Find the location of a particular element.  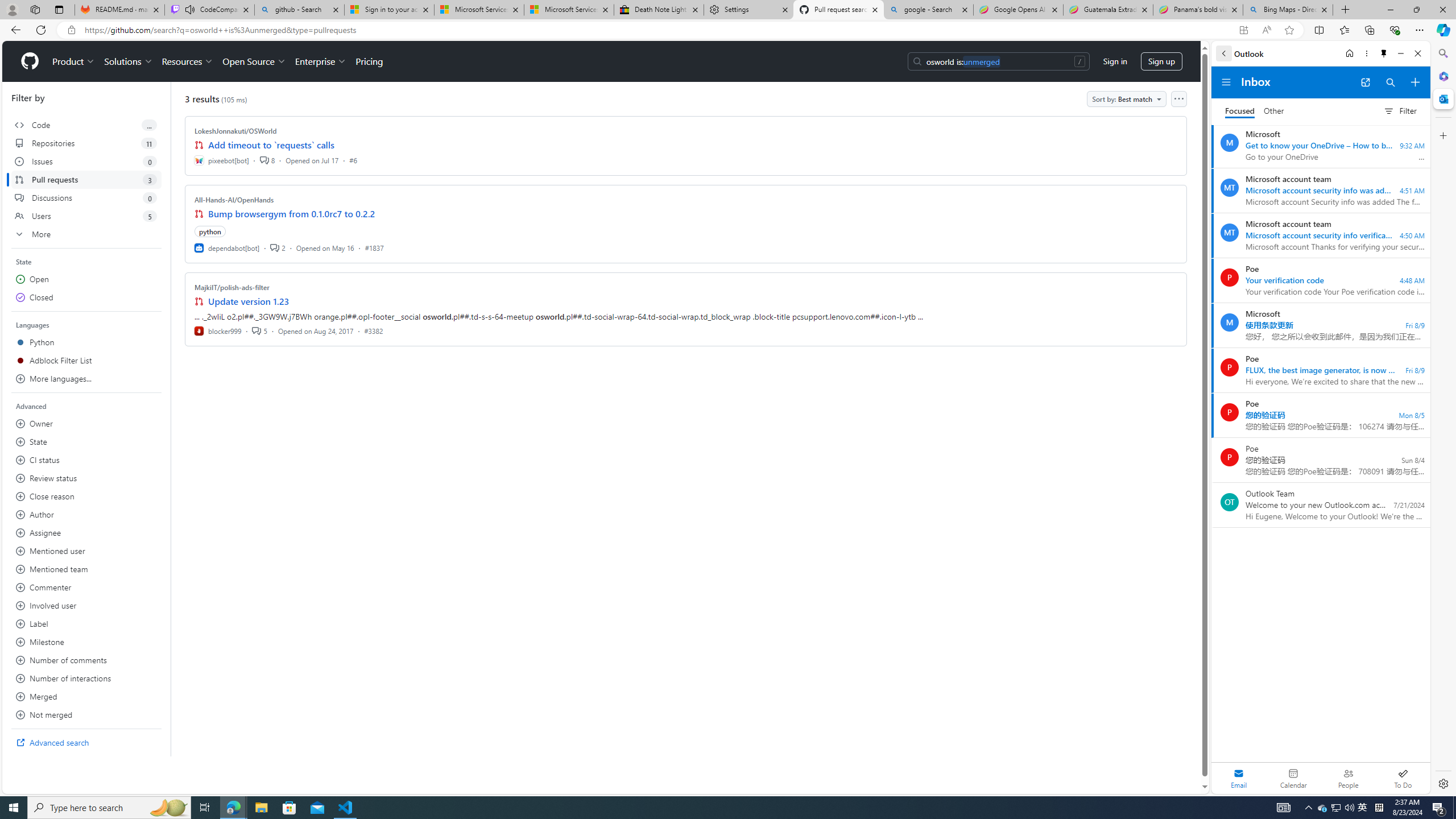

'Product' is located at coordinates (74, 61).